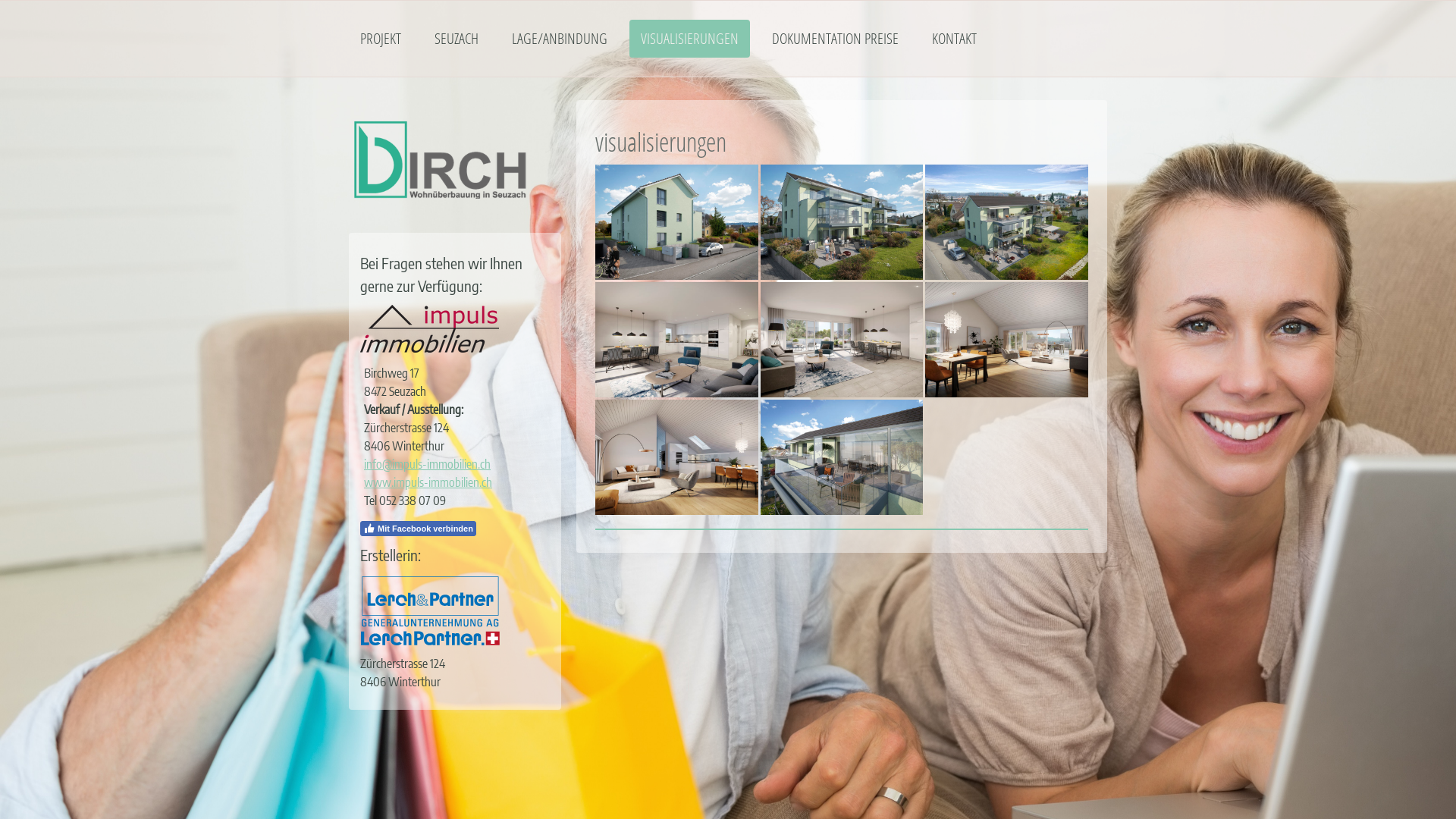  What do you see at coordinates (427, 482) in the screenshot?
I see `'www.impuls-immobilien.ch'` at bounding box center [427, 482].